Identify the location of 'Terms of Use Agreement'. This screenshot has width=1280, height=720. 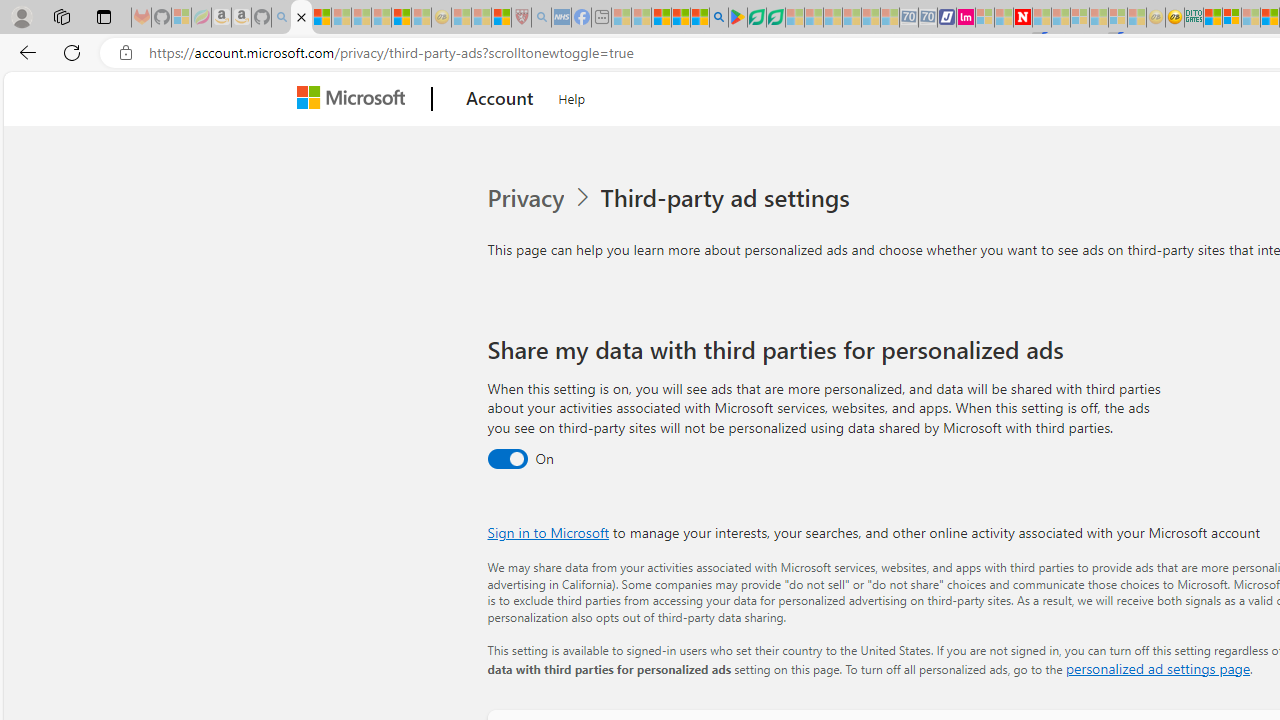
(755, 17).